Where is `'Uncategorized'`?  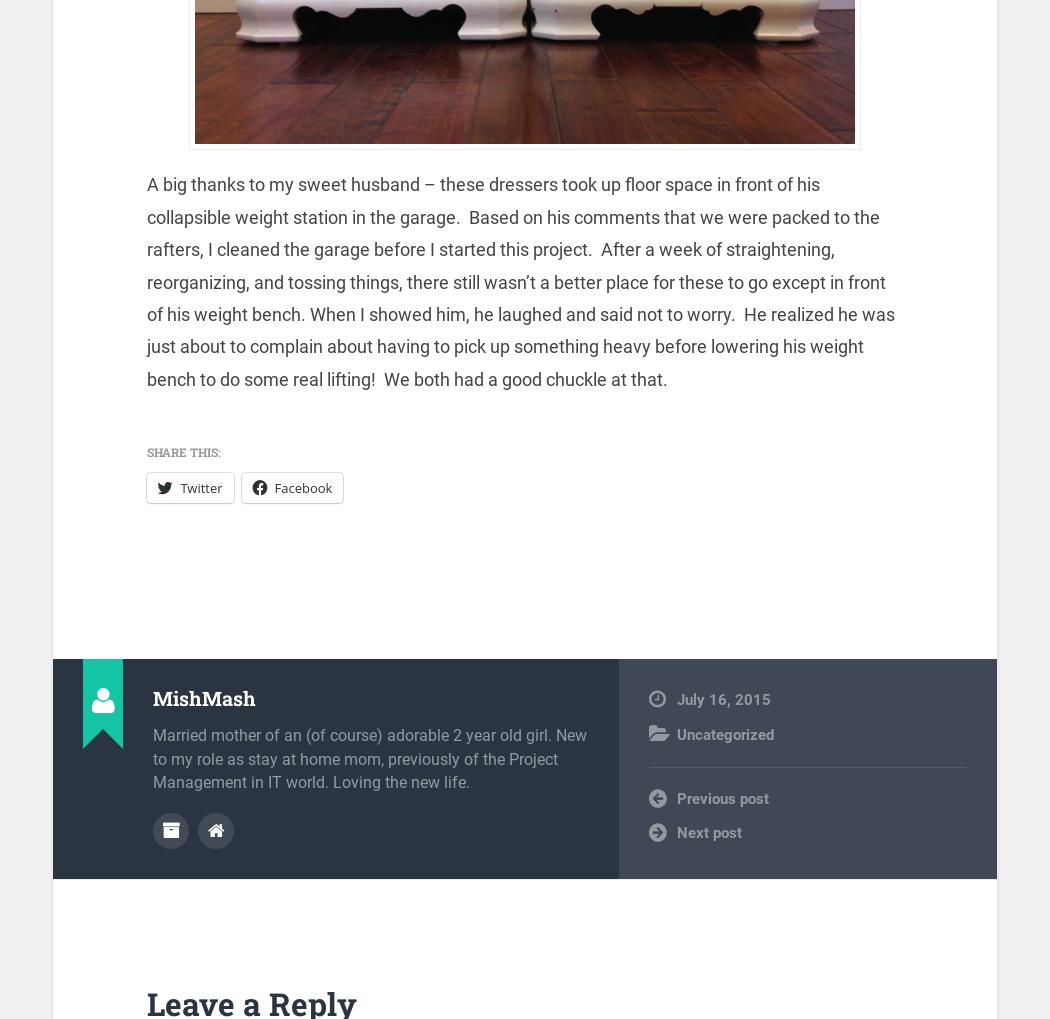 'Uncategorized' is located at coordinates (724, 733).